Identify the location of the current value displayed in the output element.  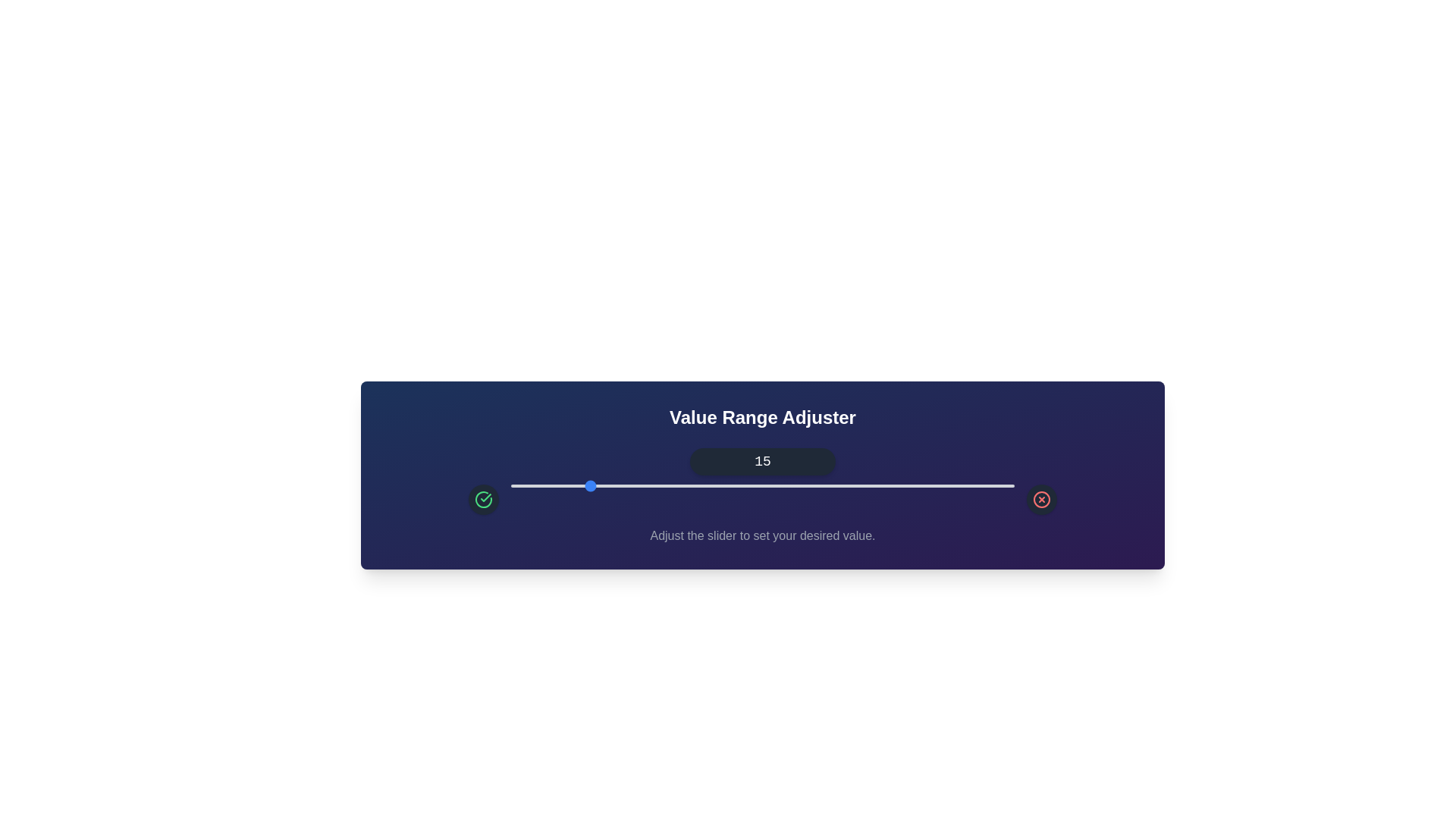
(763, 461).